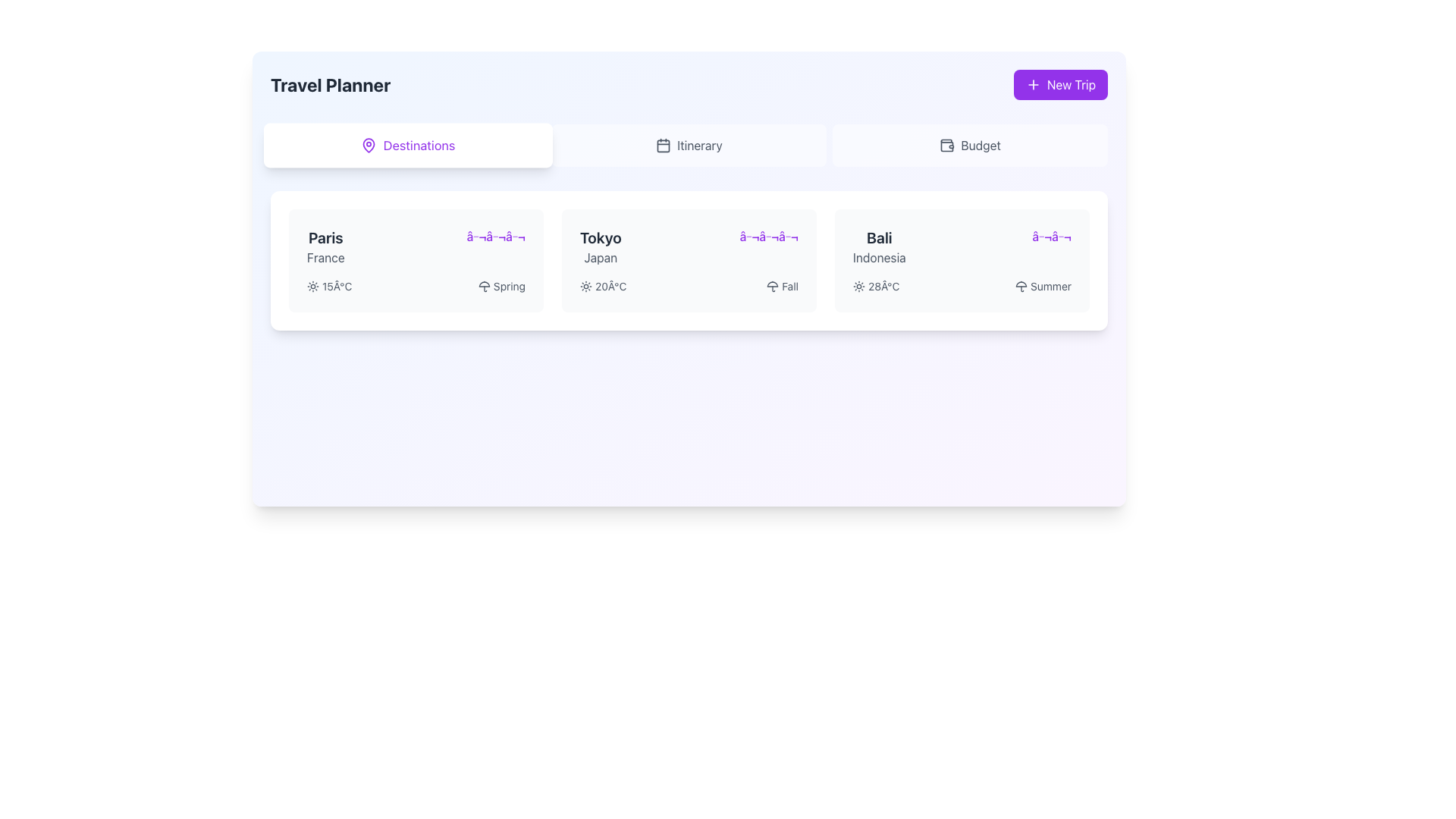 This screenshot has width=1456, height=819. Describe the element at coordinates (1043, 287) in the screenshot. I see `the informational label indicating the season 'Summer' for 'Bali', which is located in the third card of the bottom row in the grid layout` at that location.